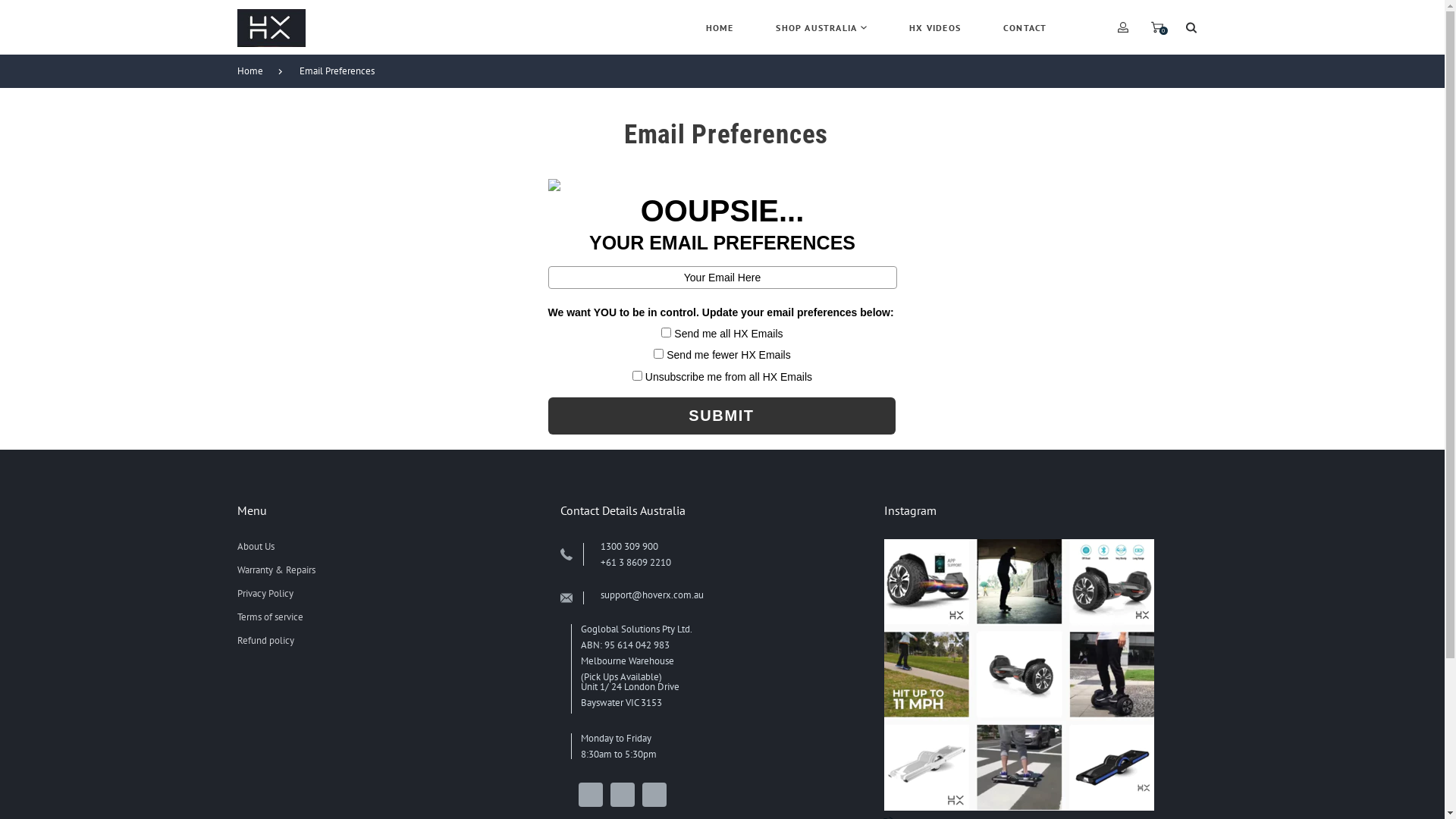  What do you see at coordinates (265, 640) in the screenshot?
I see `'Refund policy'` at bounding box center [265, 640].